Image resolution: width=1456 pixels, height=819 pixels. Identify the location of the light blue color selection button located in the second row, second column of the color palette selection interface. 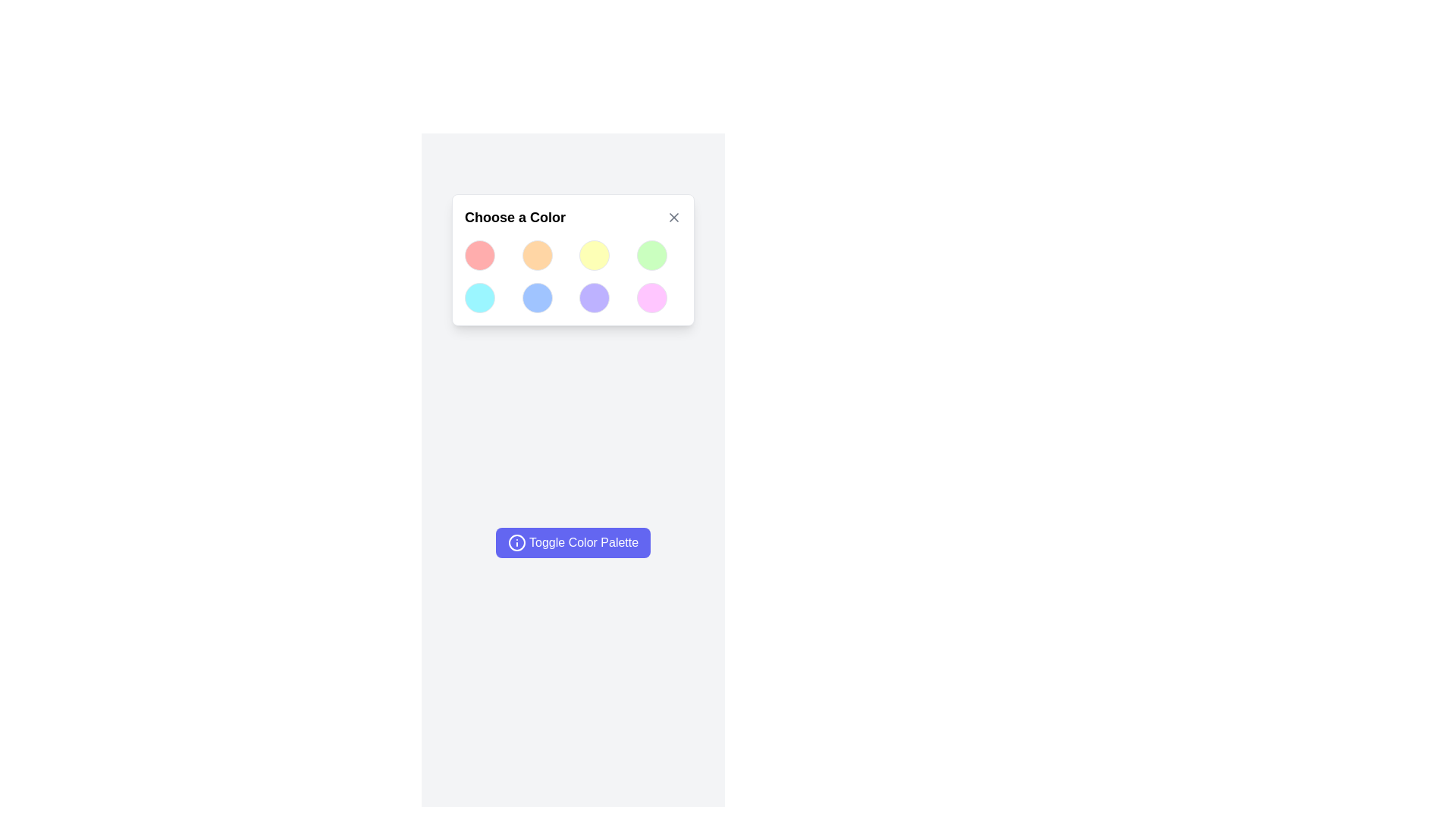
(537, 298).